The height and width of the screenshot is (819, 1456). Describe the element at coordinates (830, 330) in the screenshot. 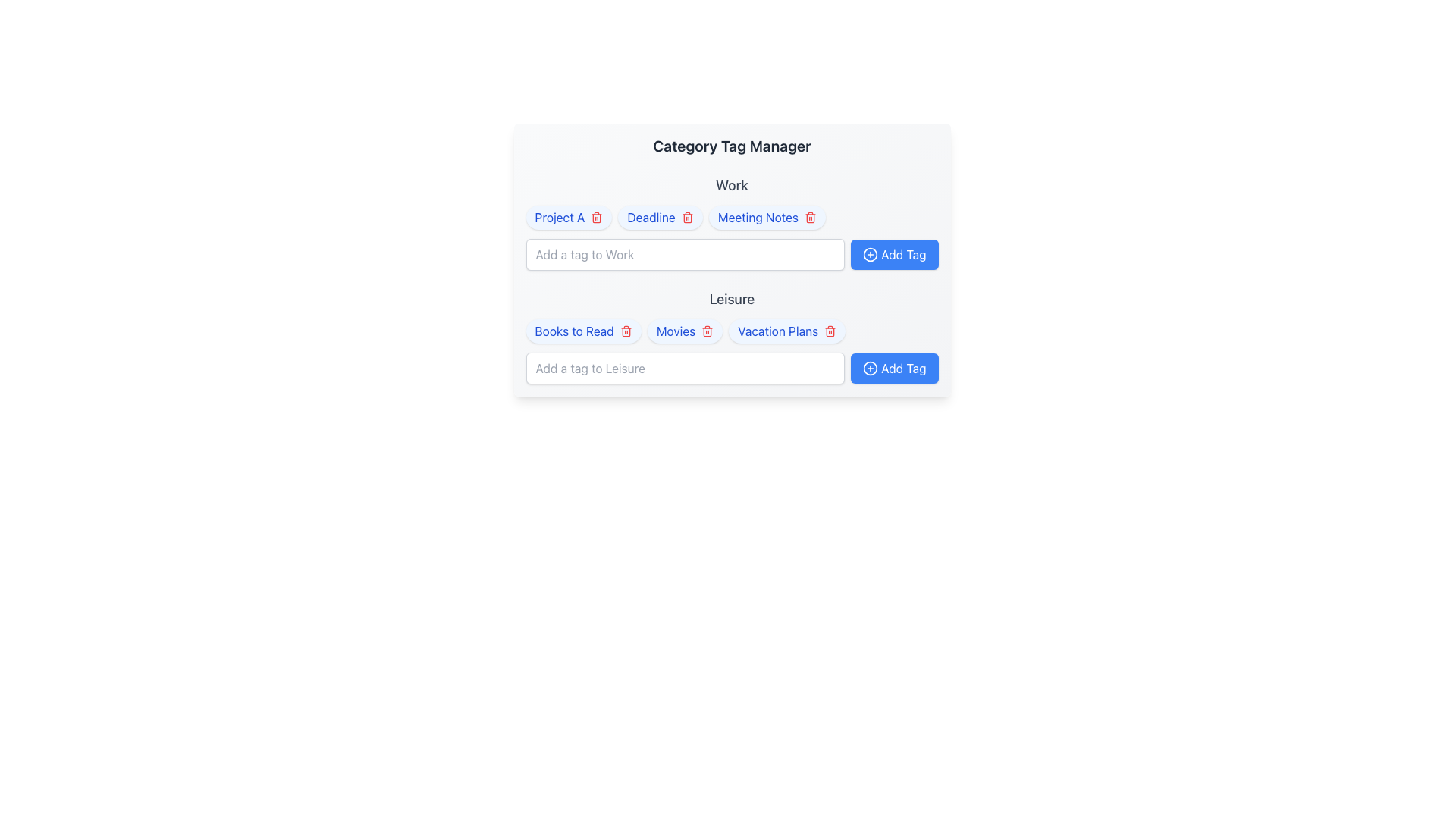

I see `the small red trash icon button representing the delete action located next to the 'Vacation Plans' text in the 'Leisure' section of the Category Tag Manager interface to observe the hover effect` at that location.